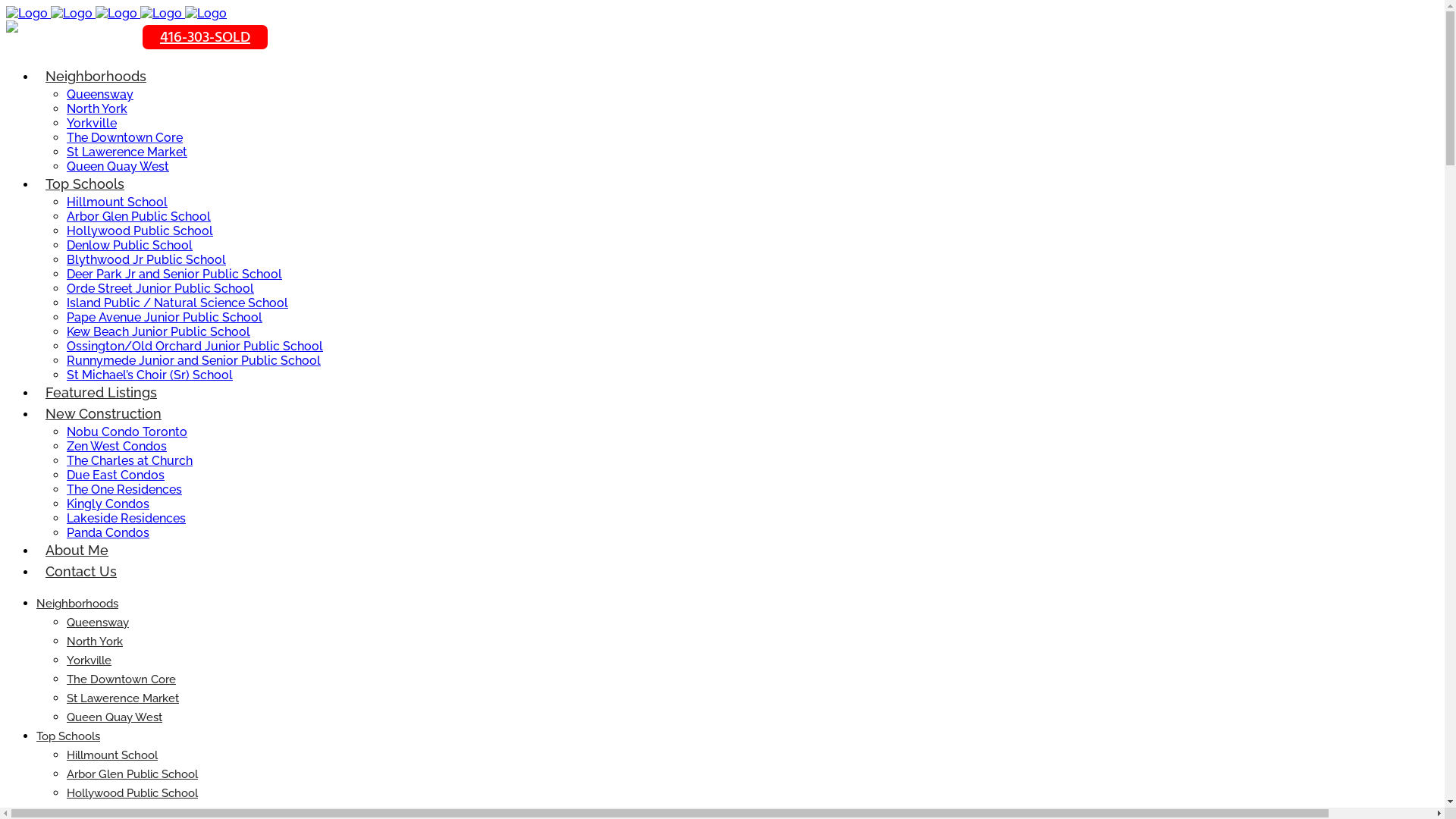 The height and width of the screenshot is (819, 1456). I want to click on 'The One Residences', so click(124, 489).